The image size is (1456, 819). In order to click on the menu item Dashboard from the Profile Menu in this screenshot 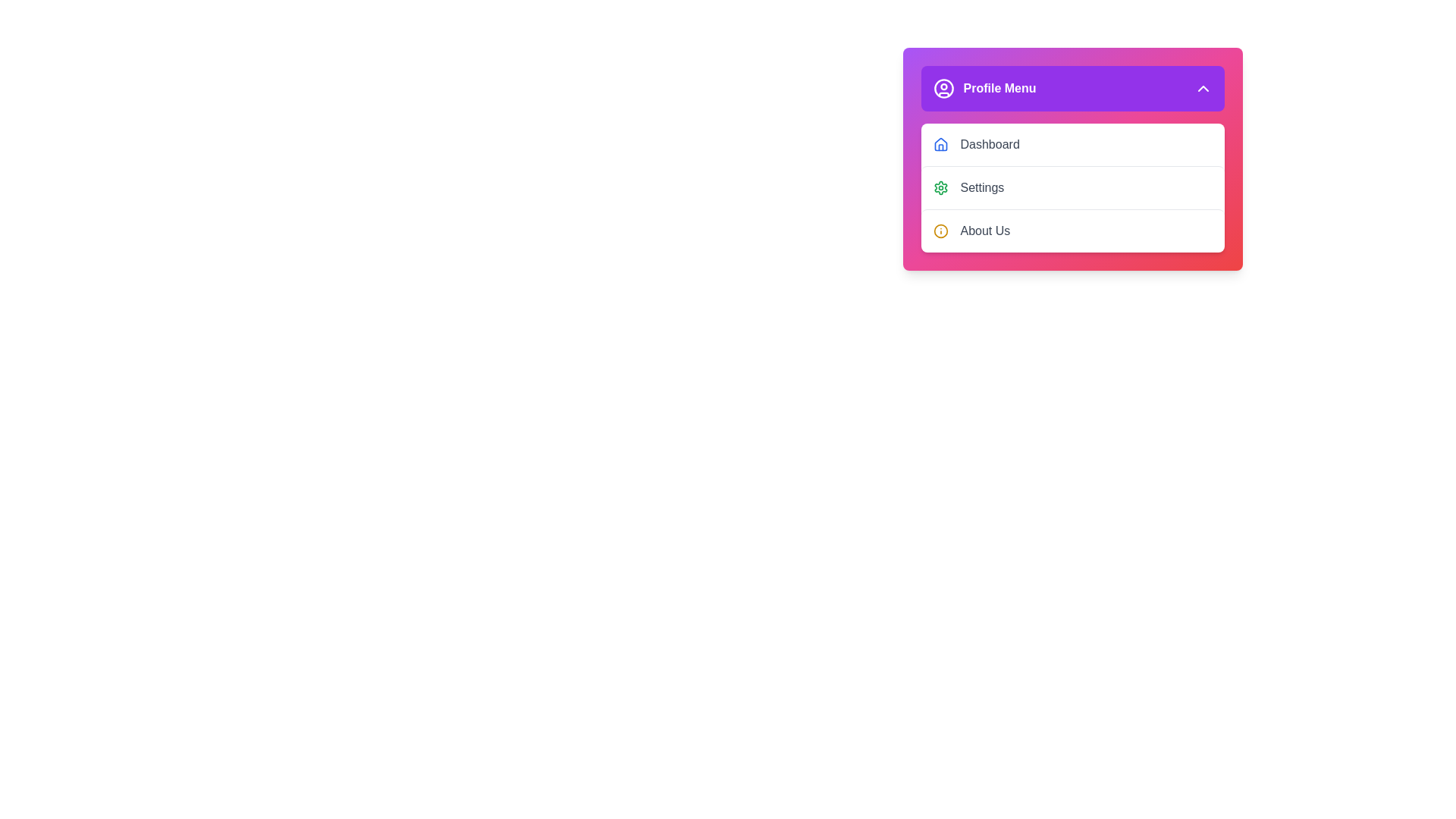, I will do `click(1072, 145)`.